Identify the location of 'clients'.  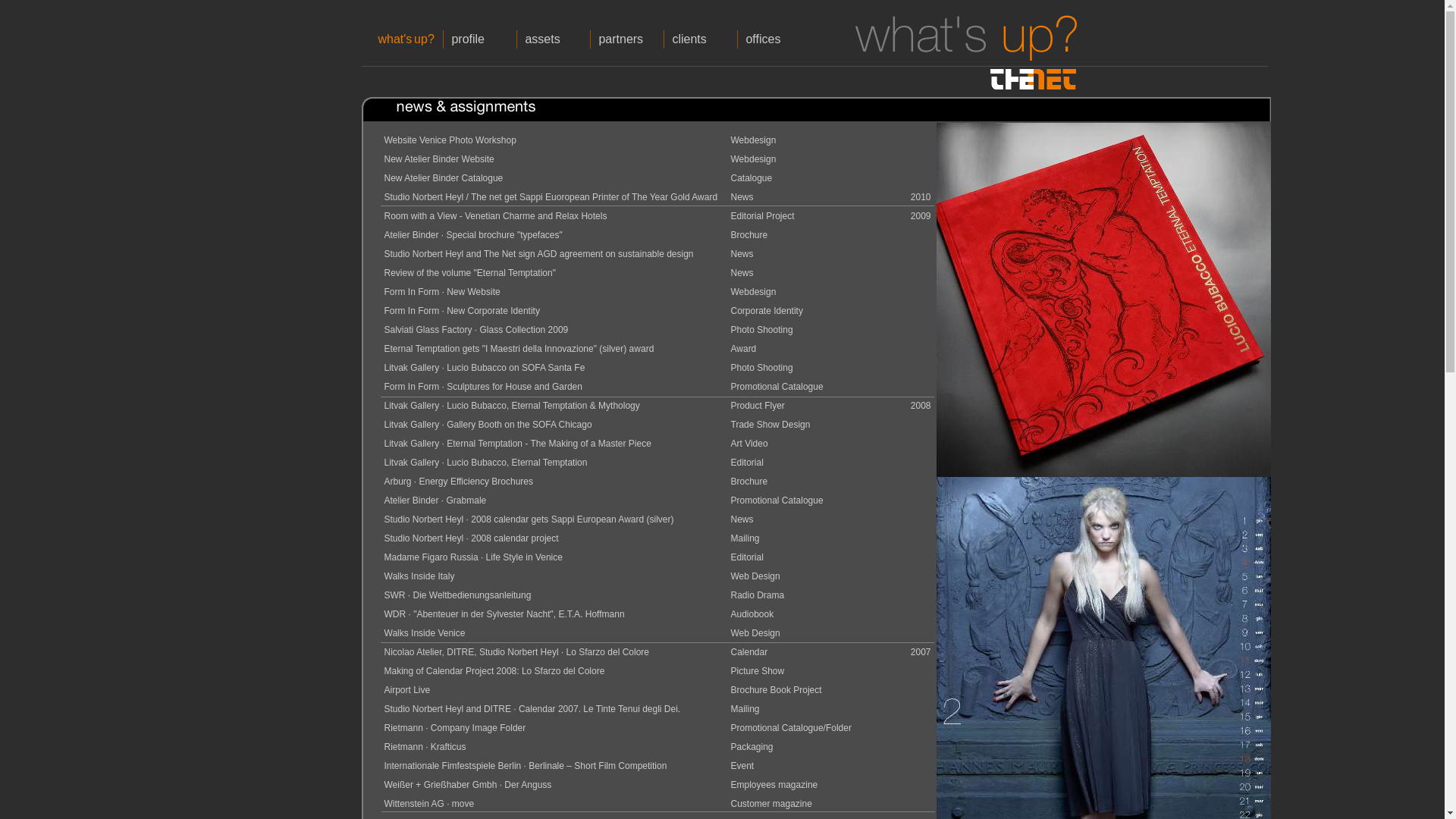
(699, 38).